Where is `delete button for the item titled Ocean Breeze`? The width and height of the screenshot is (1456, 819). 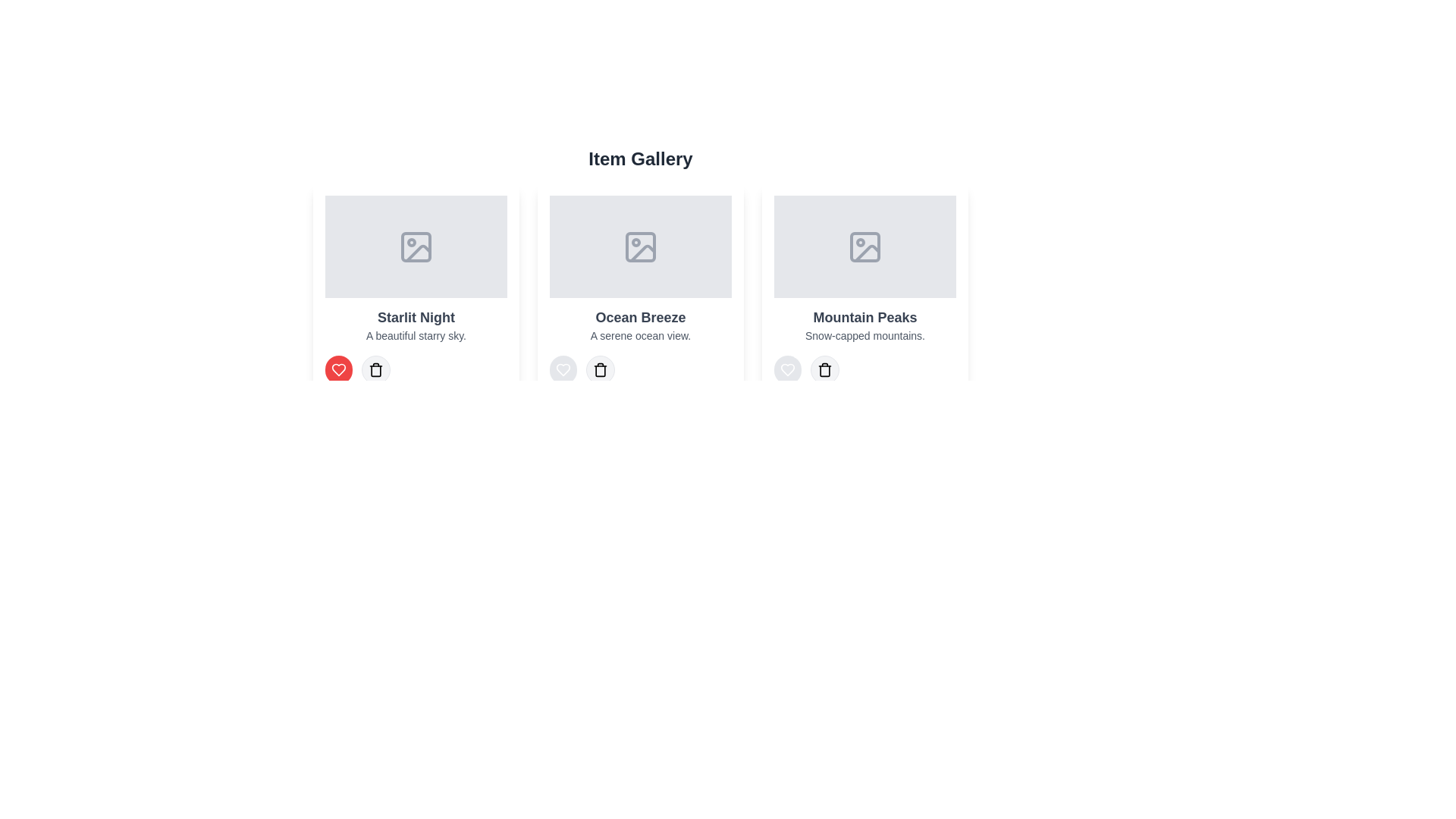
delete button for the item titled Ocean Breeze is located at coordinates (600, 370).